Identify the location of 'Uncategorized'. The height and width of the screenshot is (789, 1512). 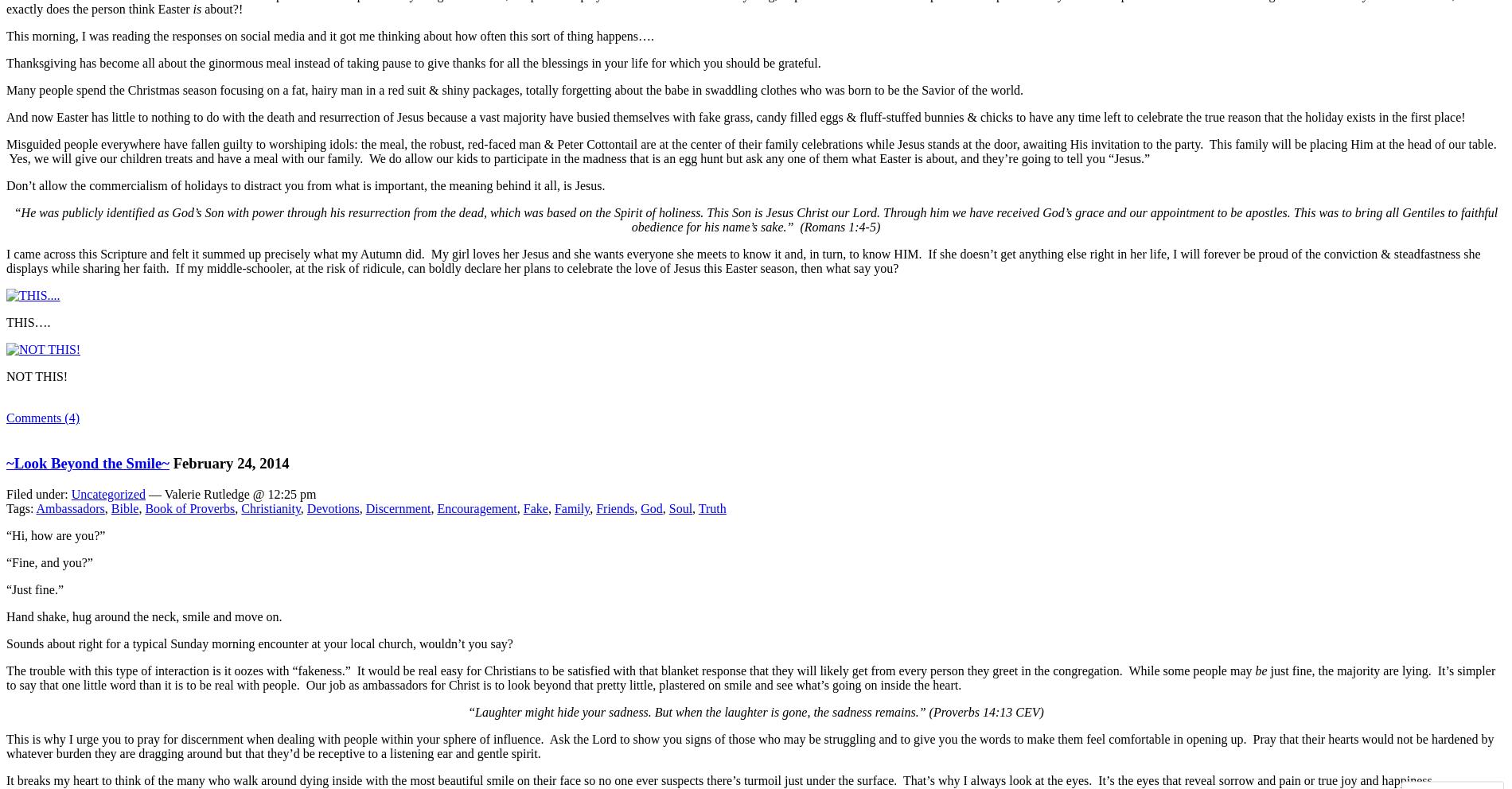
(70, 492).